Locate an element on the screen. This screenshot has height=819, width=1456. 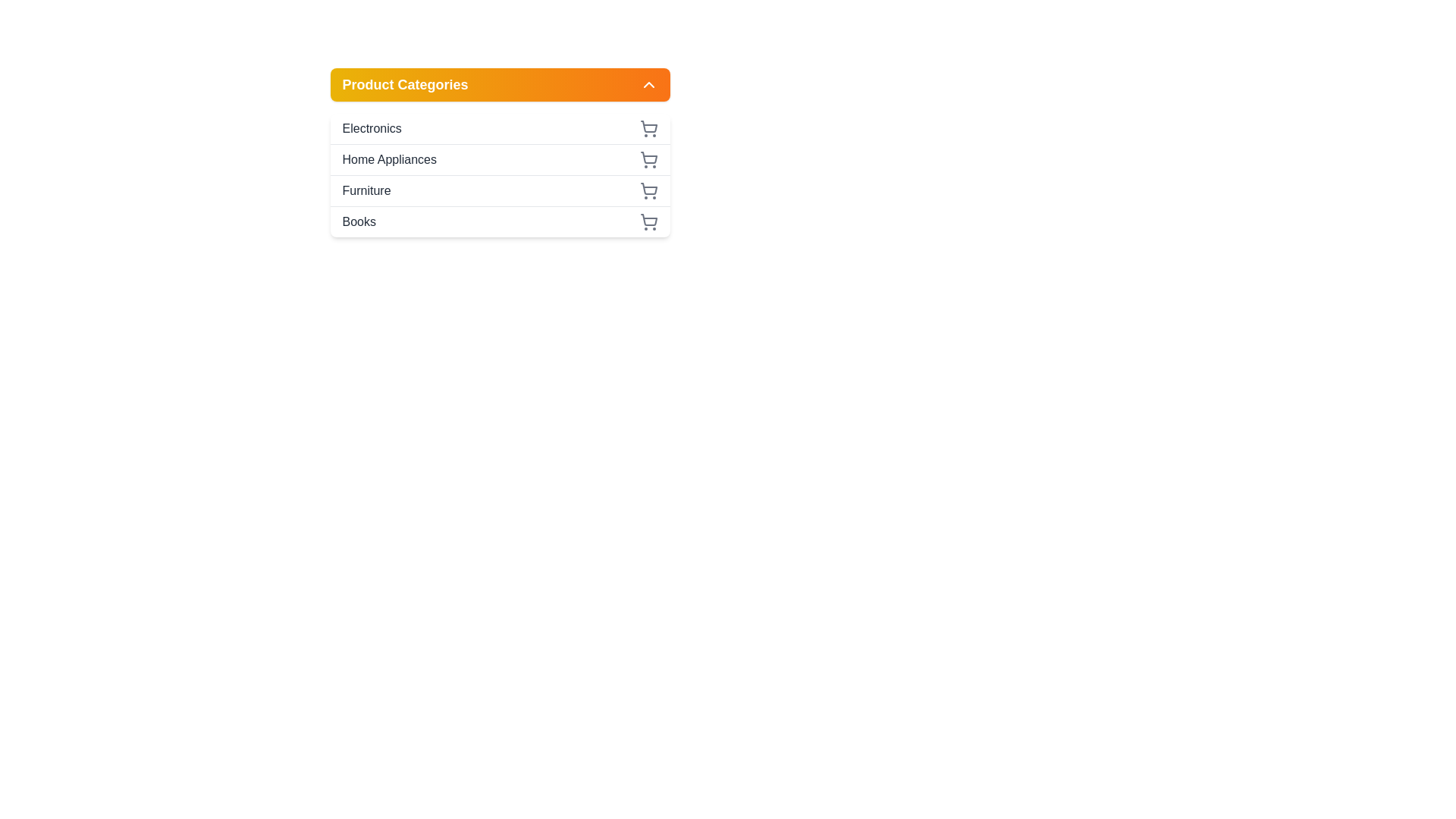
the 'Home Appliances' list item is located at coordinates (500, 159).